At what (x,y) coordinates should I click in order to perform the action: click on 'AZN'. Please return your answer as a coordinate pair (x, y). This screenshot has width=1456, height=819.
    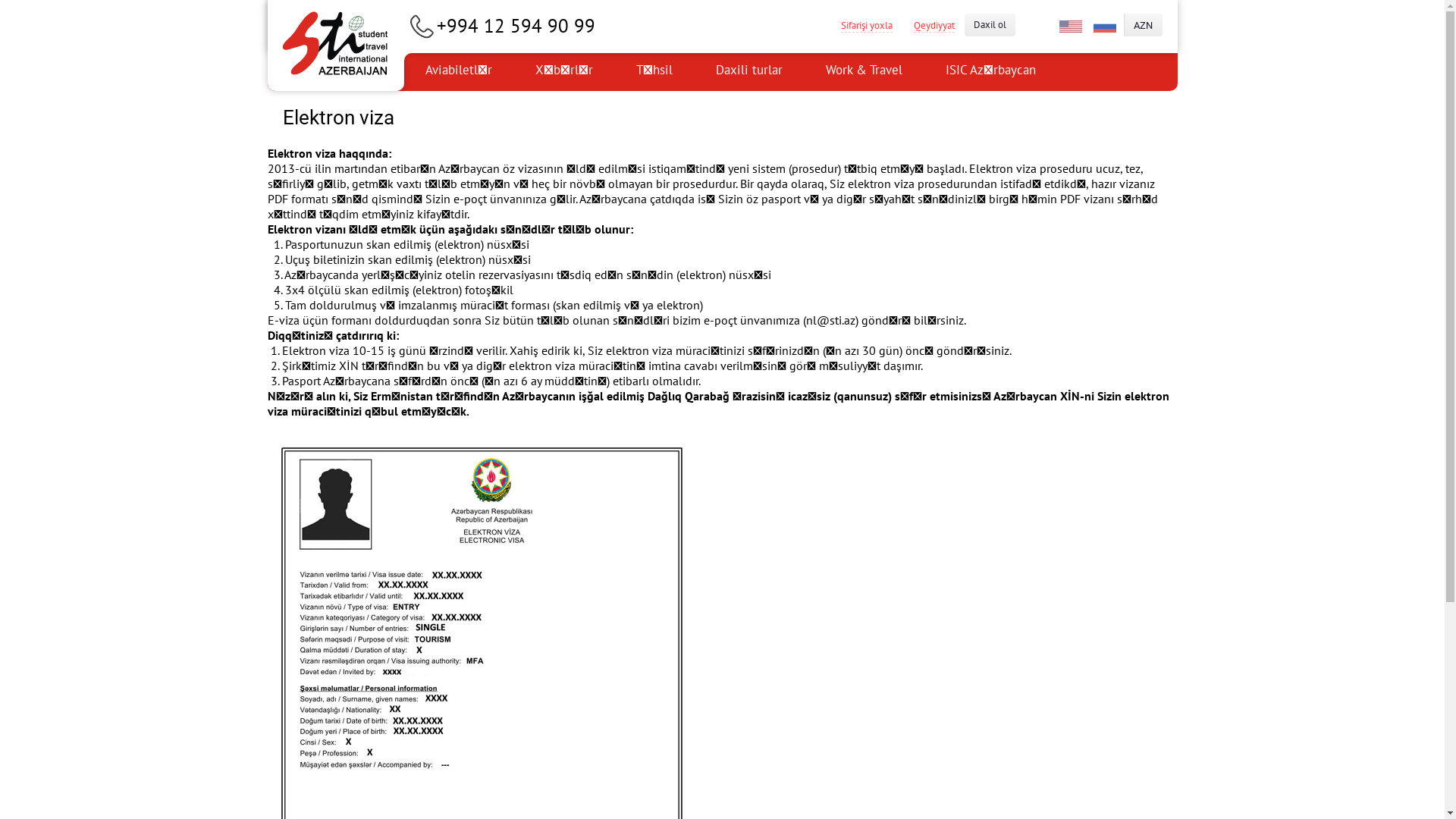
    Looking at the image, I should click on (1143, 25).